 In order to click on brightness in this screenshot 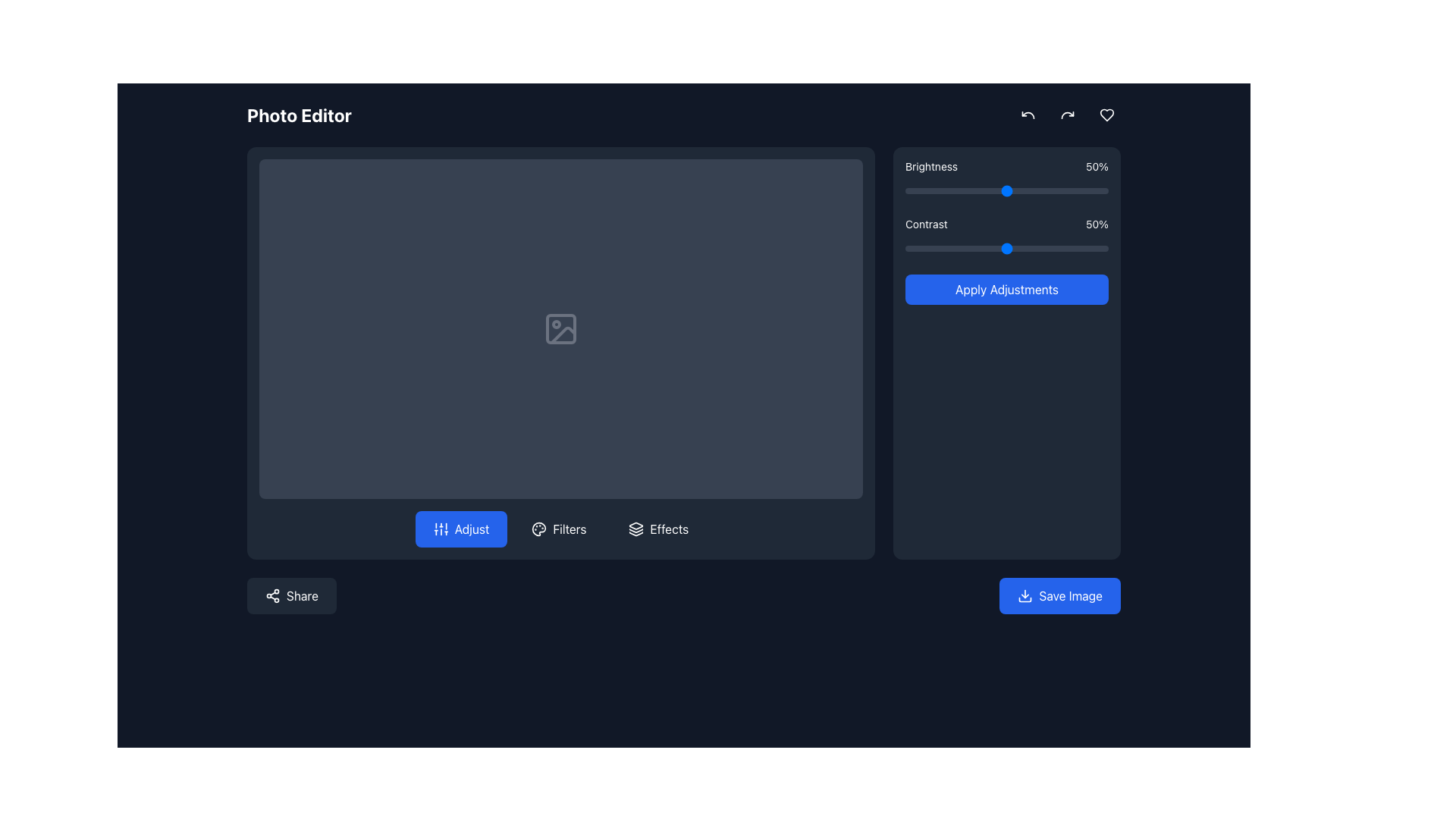, I will do `click(1104, 190)`.